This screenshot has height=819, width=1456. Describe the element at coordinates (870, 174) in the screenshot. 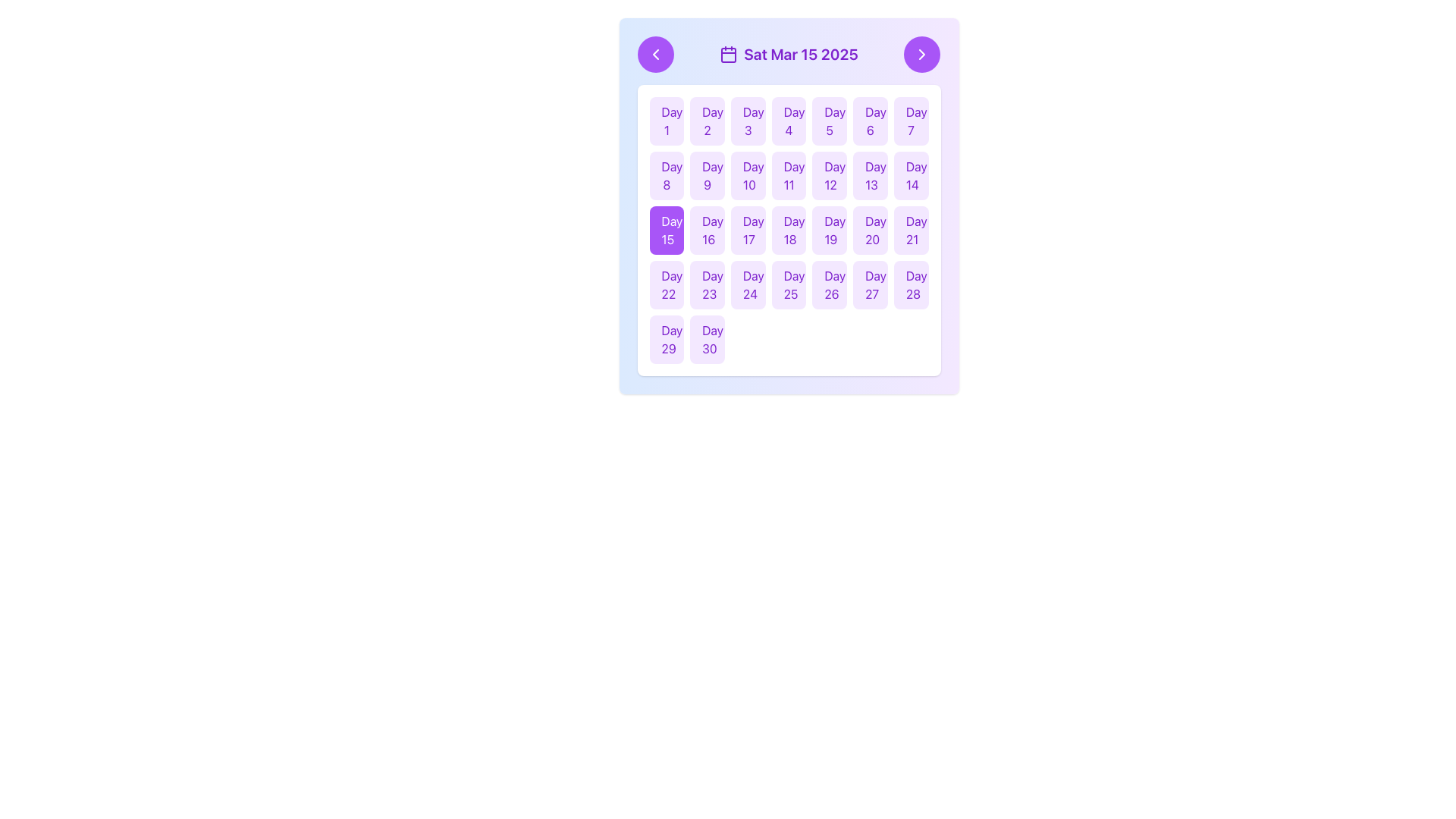

I see `the rectangular button labeled 'Day 13' with a bold purple font and a light purple background, which is located in the second row and seventh column of the grid layout` at that location.